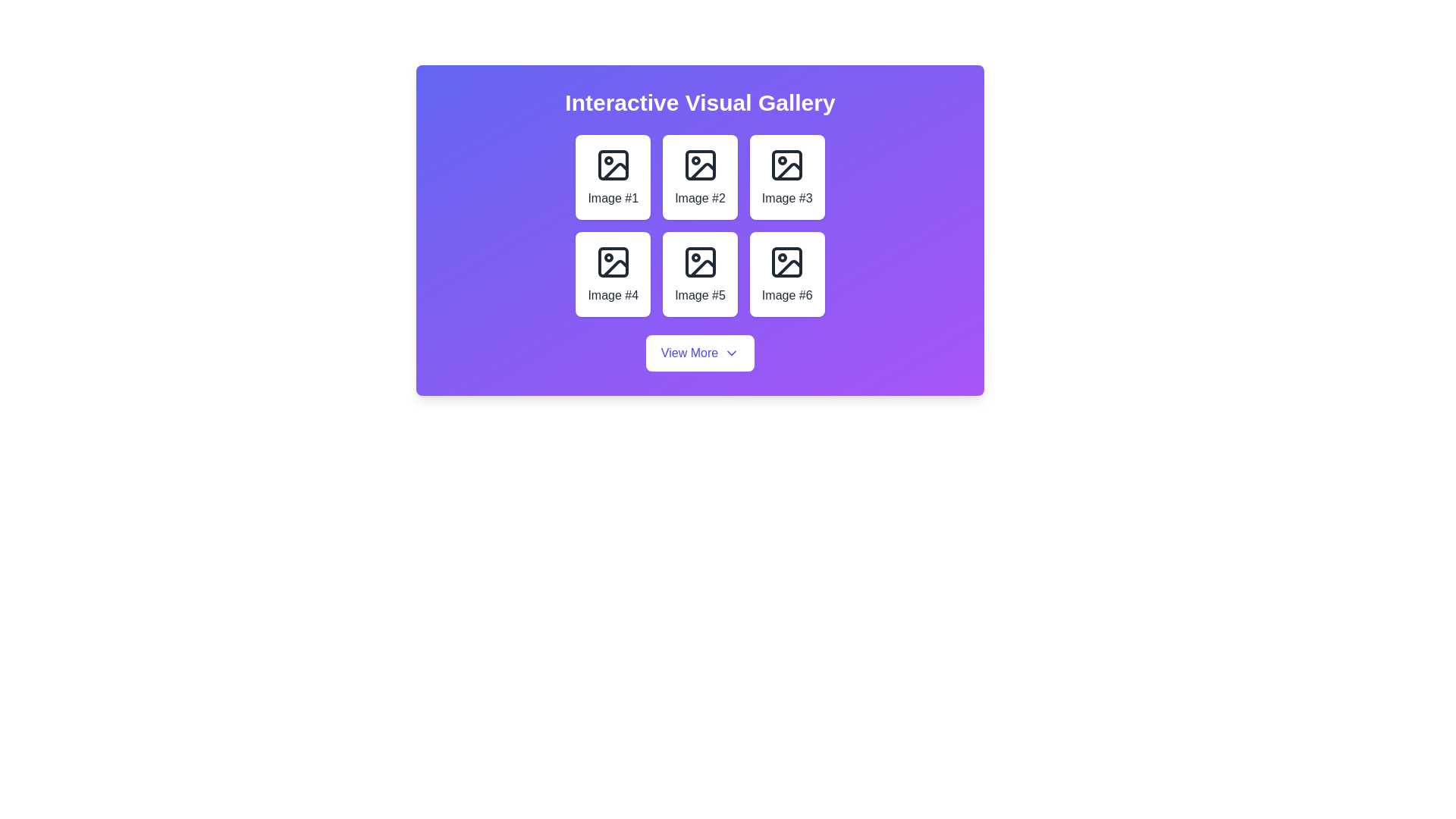 The image size is (1456, 819). I want to click on text label 'Image #4' which is positioned centrally in the bottom row of the gallery, directly beneath the icon in the second column, so click(613, 295).